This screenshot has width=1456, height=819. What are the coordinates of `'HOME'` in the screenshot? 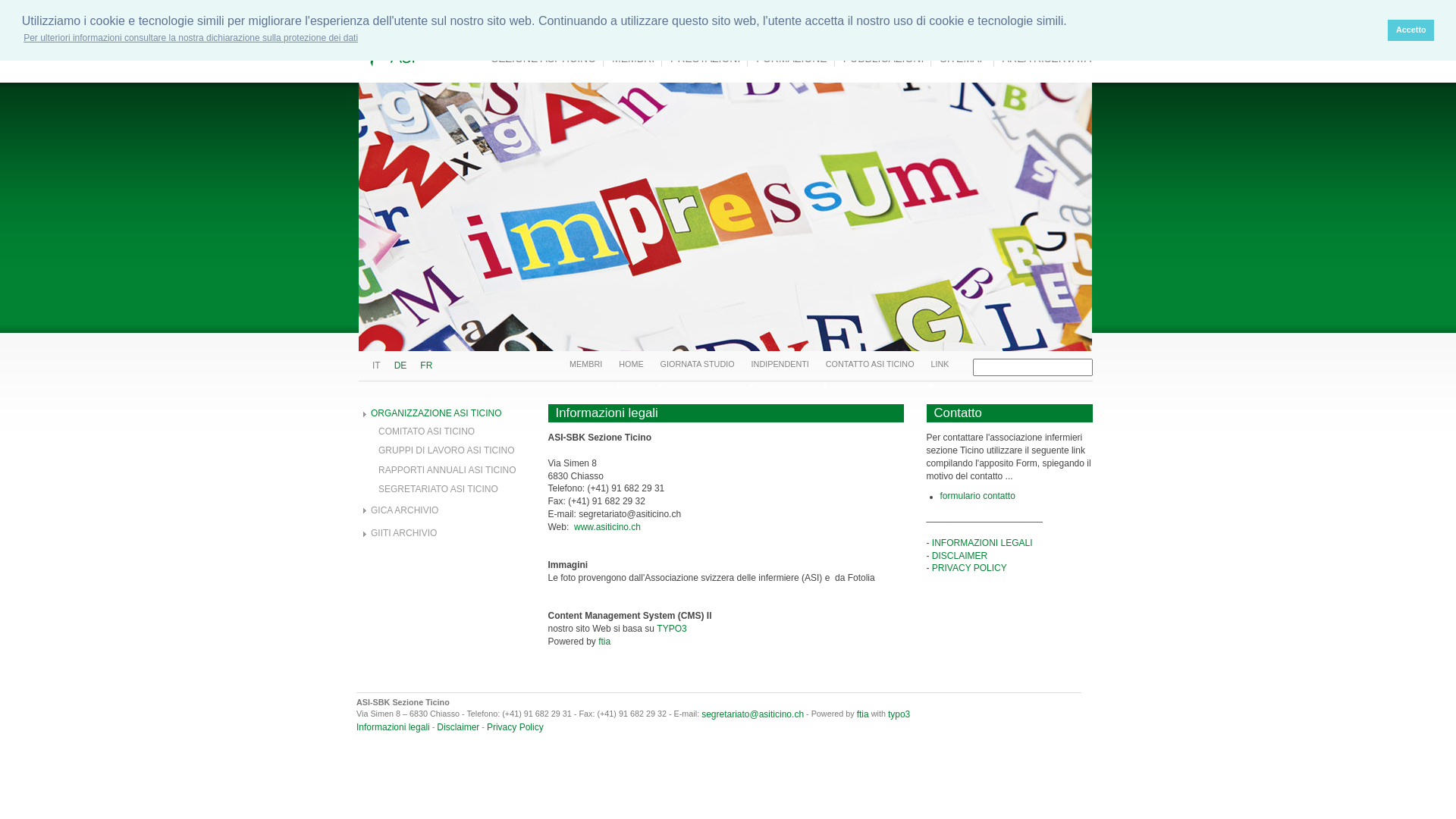 It's located at (630, 363).